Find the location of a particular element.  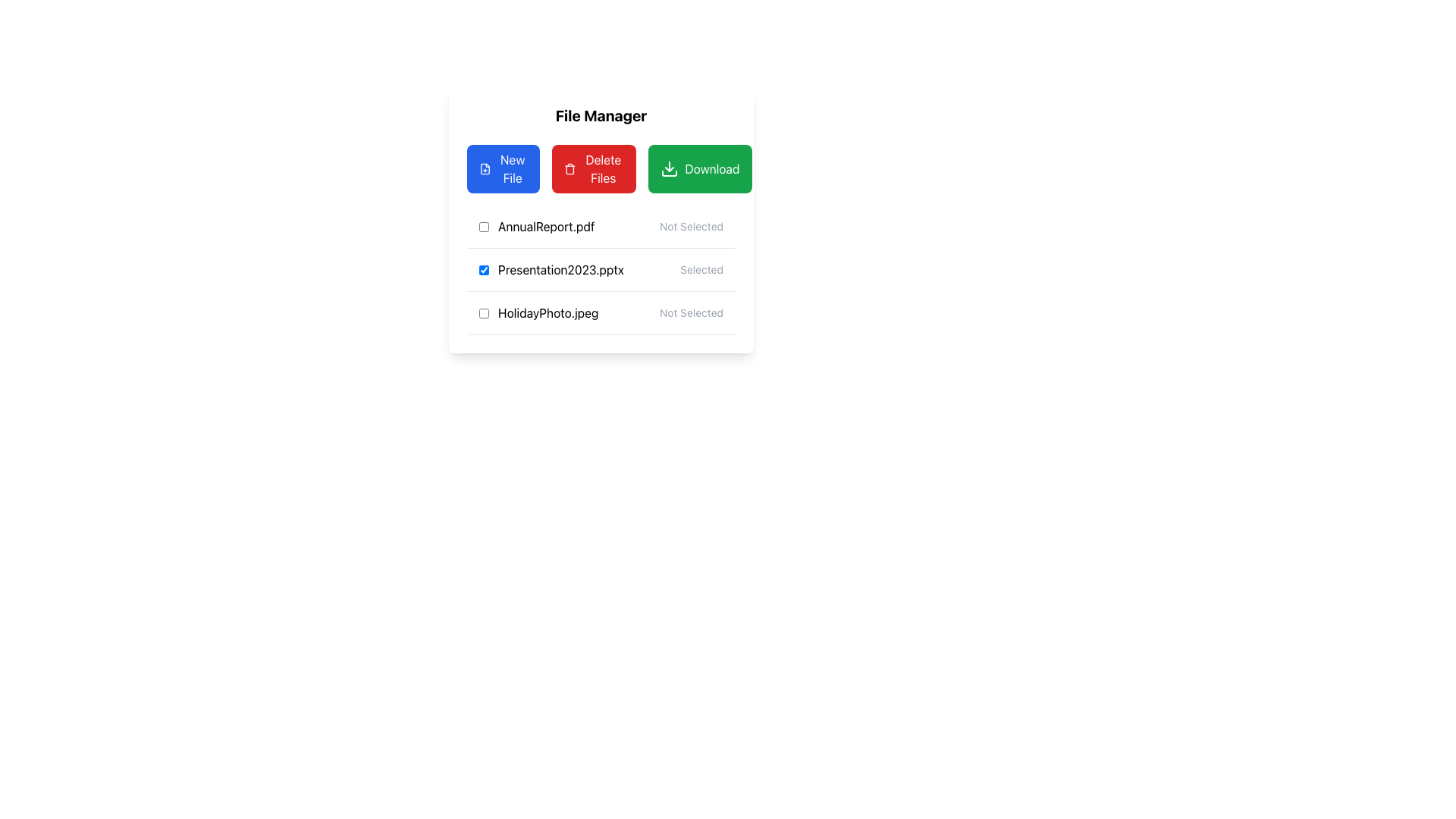

the checkbox located to the left of the filename 'Presentation2023.pptx' in the 'File Manager' interface is located at coordinates (483, 268).